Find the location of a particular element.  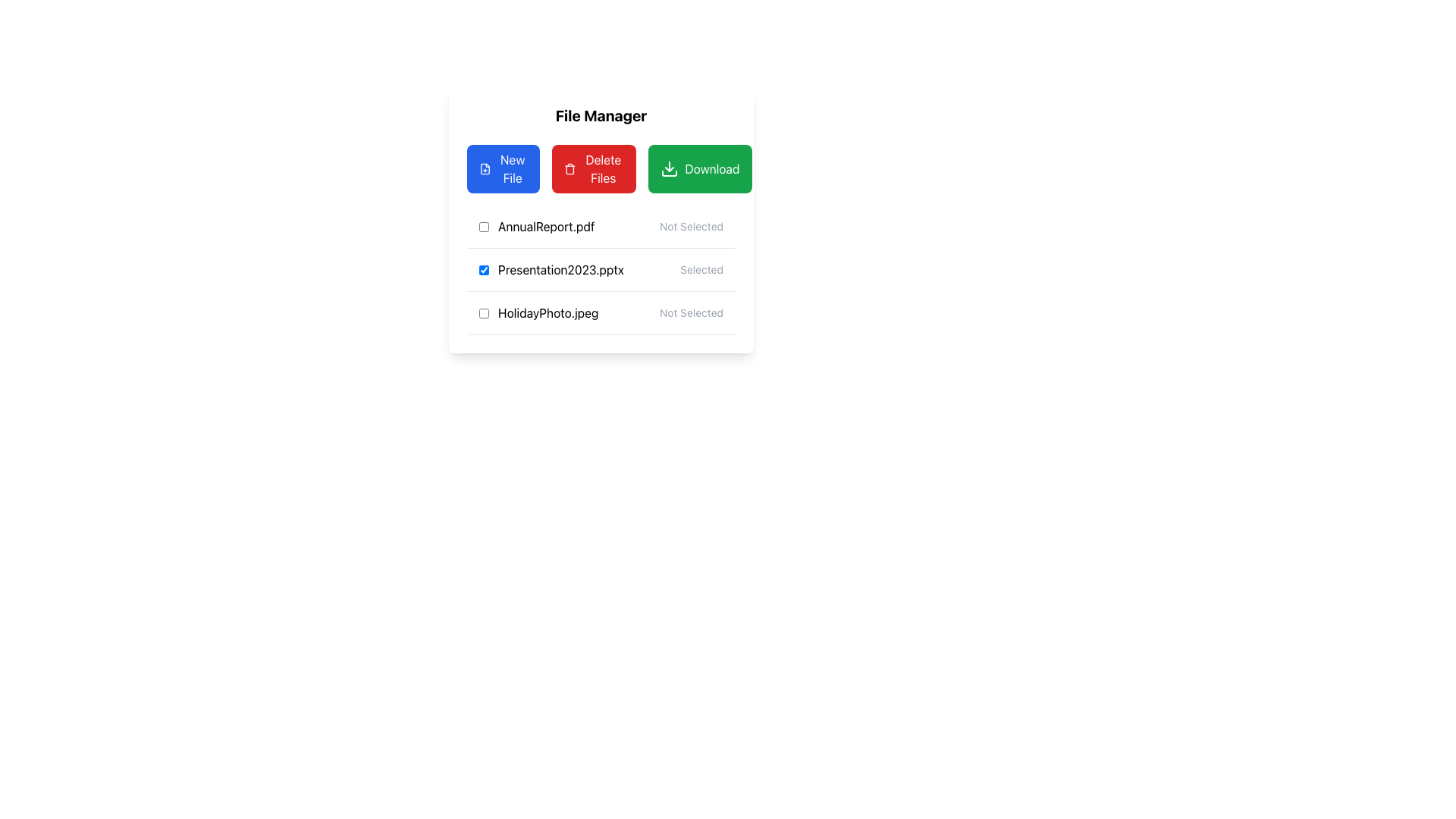

the checkbox located to the left of the filename 'Presentation2023.pptx' in the 'File Manager' interface is located at coordinates (483, 268).